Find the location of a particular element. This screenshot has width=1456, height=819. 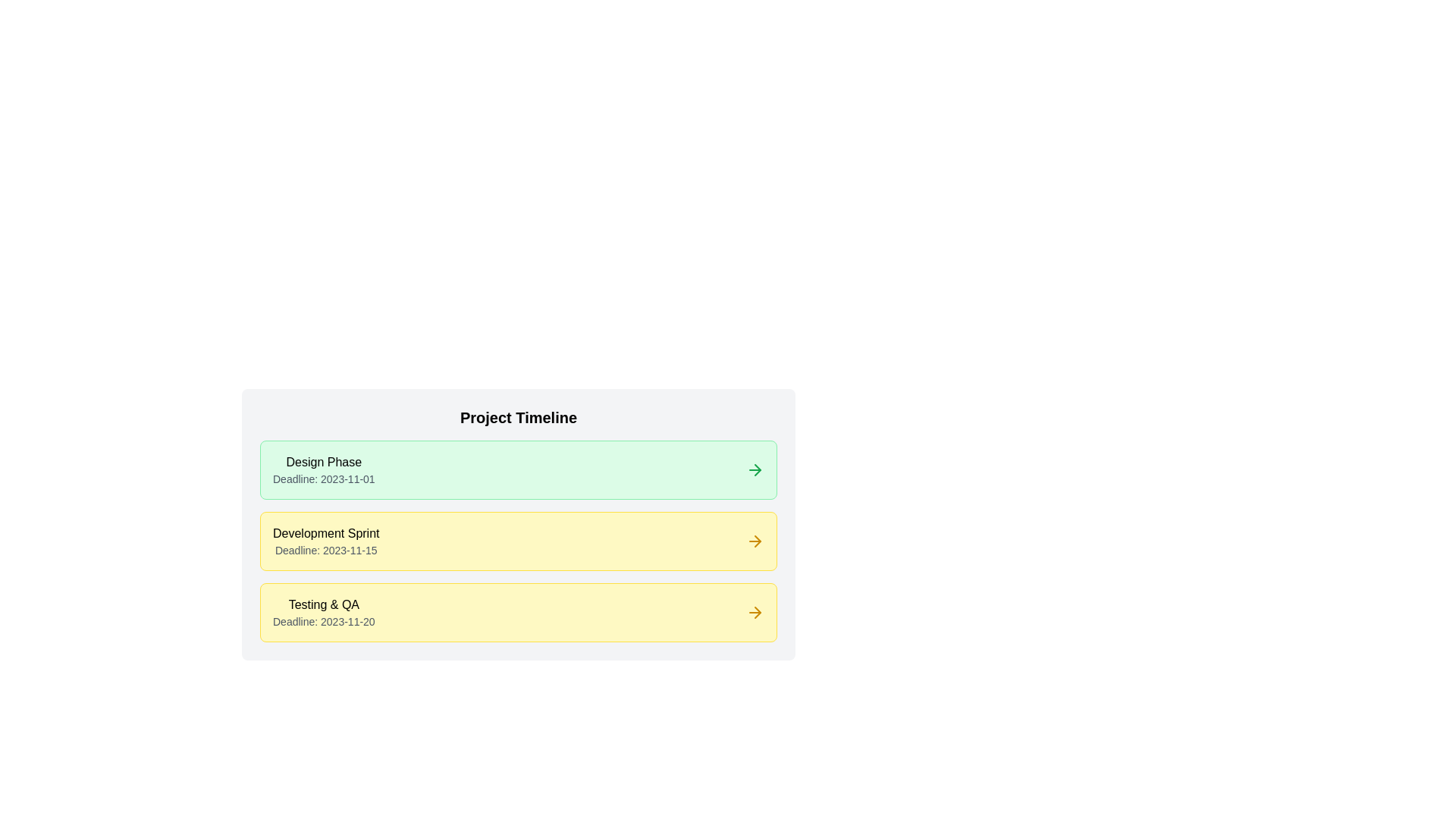

the heading element that indicates the title or purpose of the section detailing project phases or milestones is located at coordinates (519, 418).